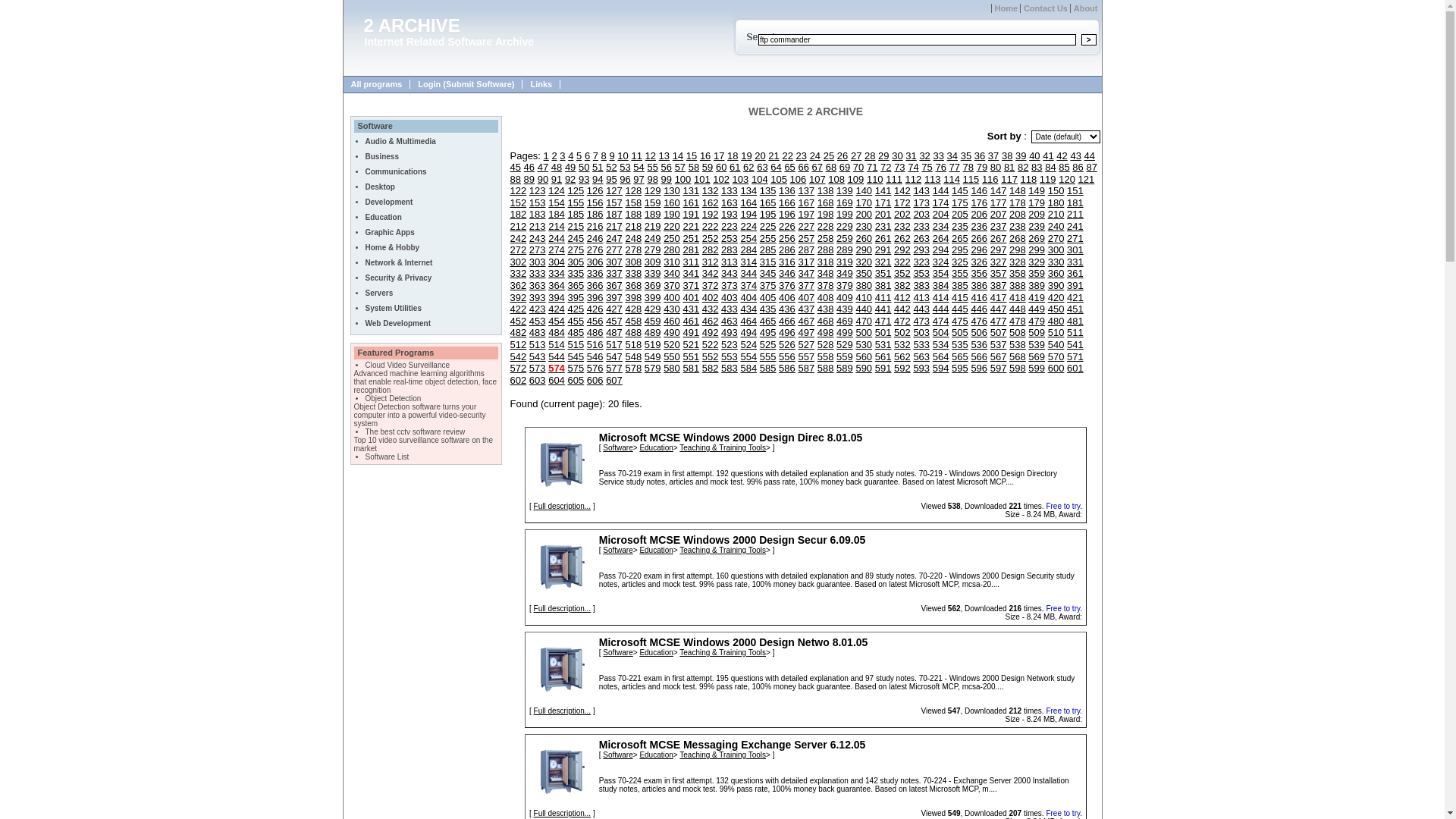  Describe the element at coordinates (779, 178) in the screenshot. I see `'105'` at that location.